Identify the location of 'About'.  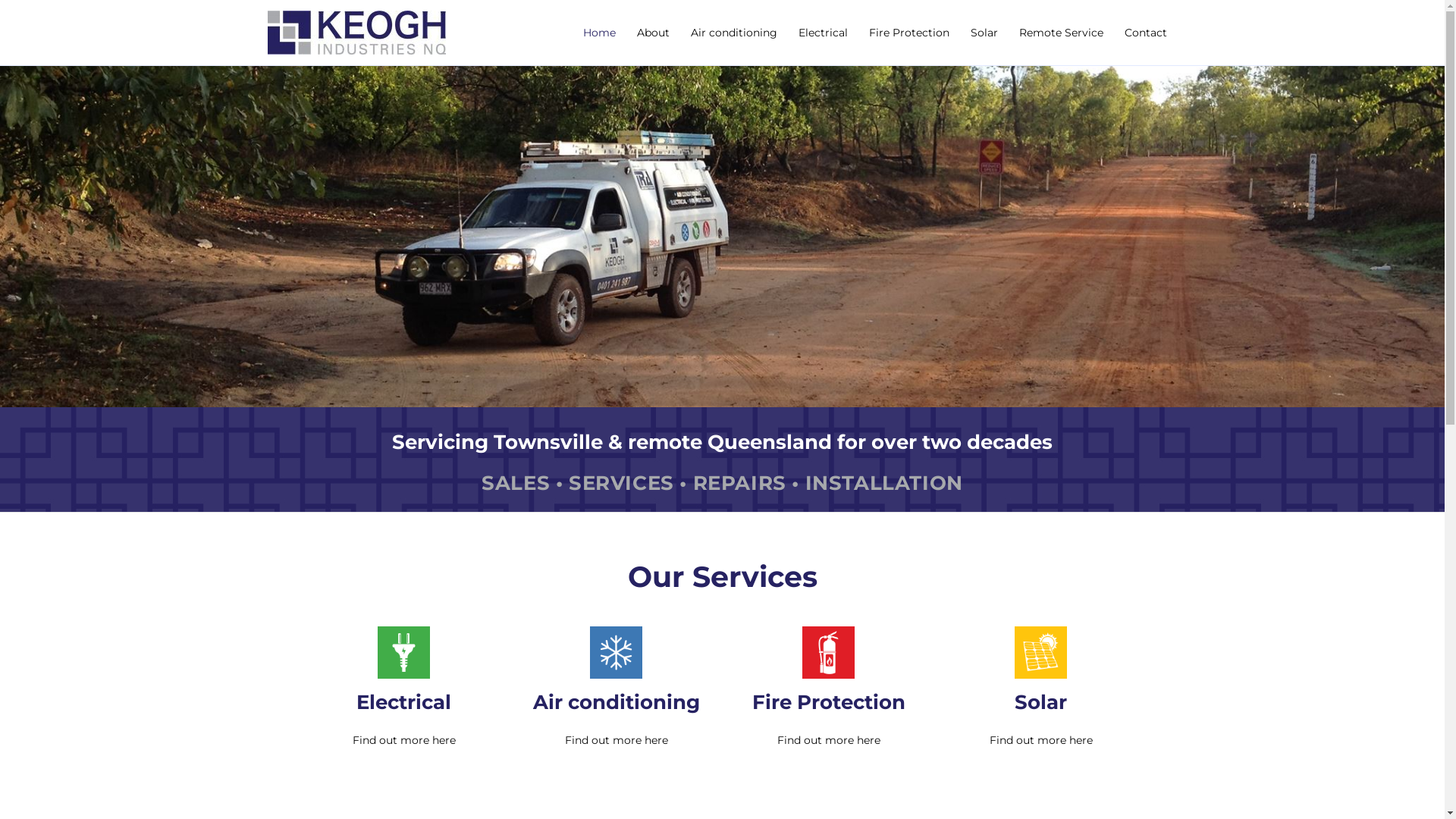
(653, 32).